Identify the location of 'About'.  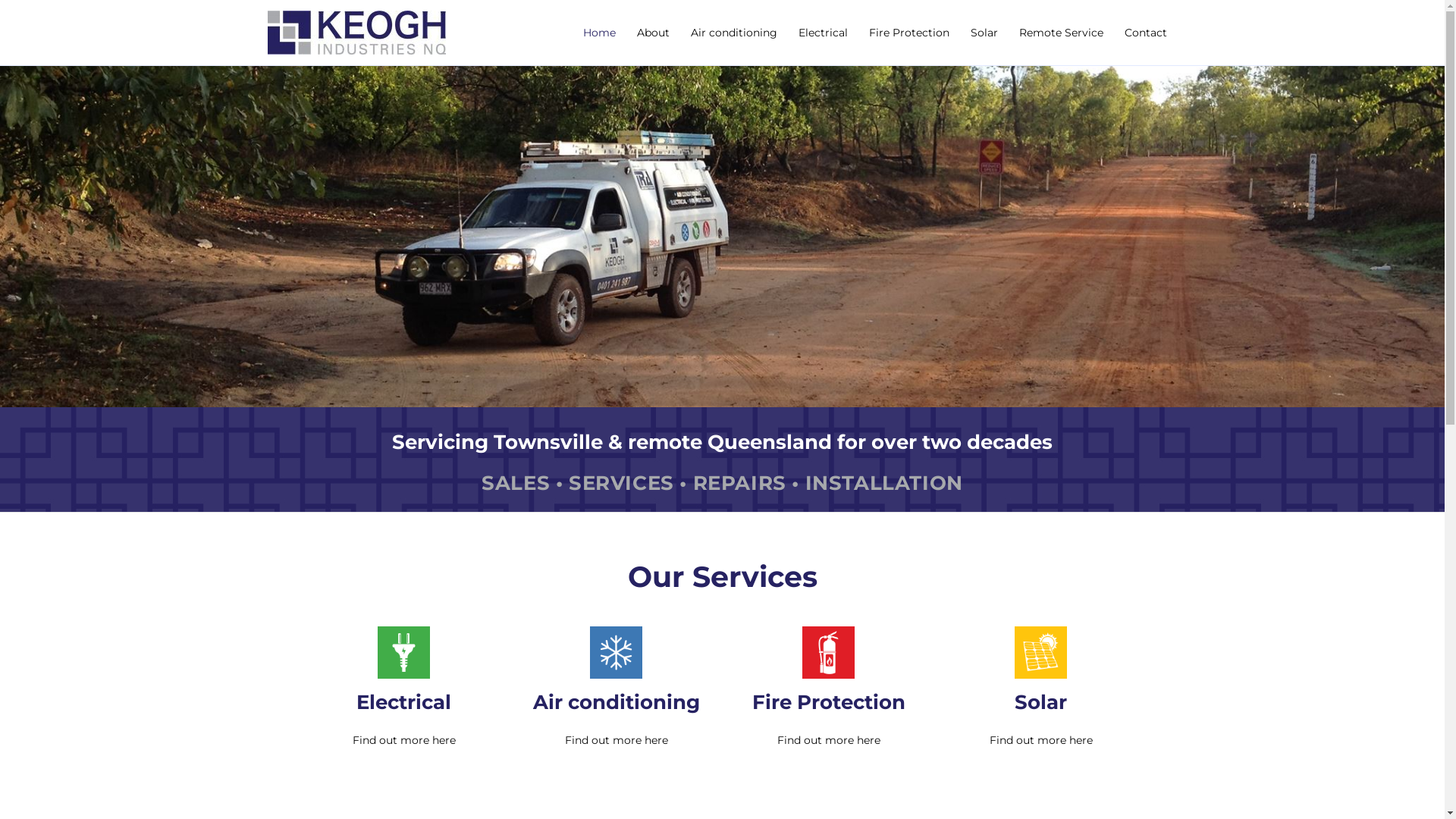
(653, 32).